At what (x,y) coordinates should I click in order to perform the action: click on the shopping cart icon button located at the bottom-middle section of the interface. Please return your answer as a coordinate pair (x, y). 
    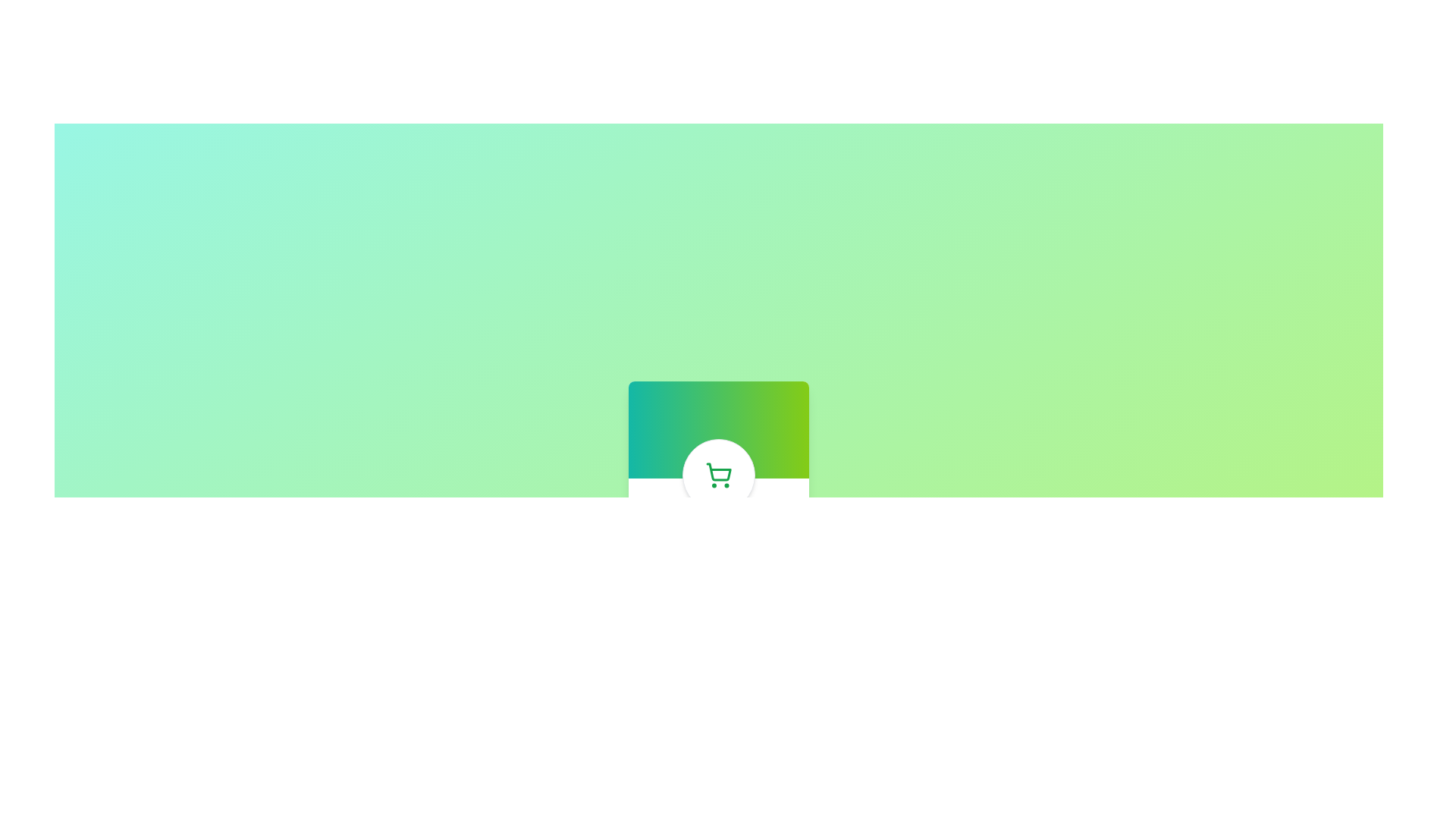
    Looking at the image, I should click on (717, 475).